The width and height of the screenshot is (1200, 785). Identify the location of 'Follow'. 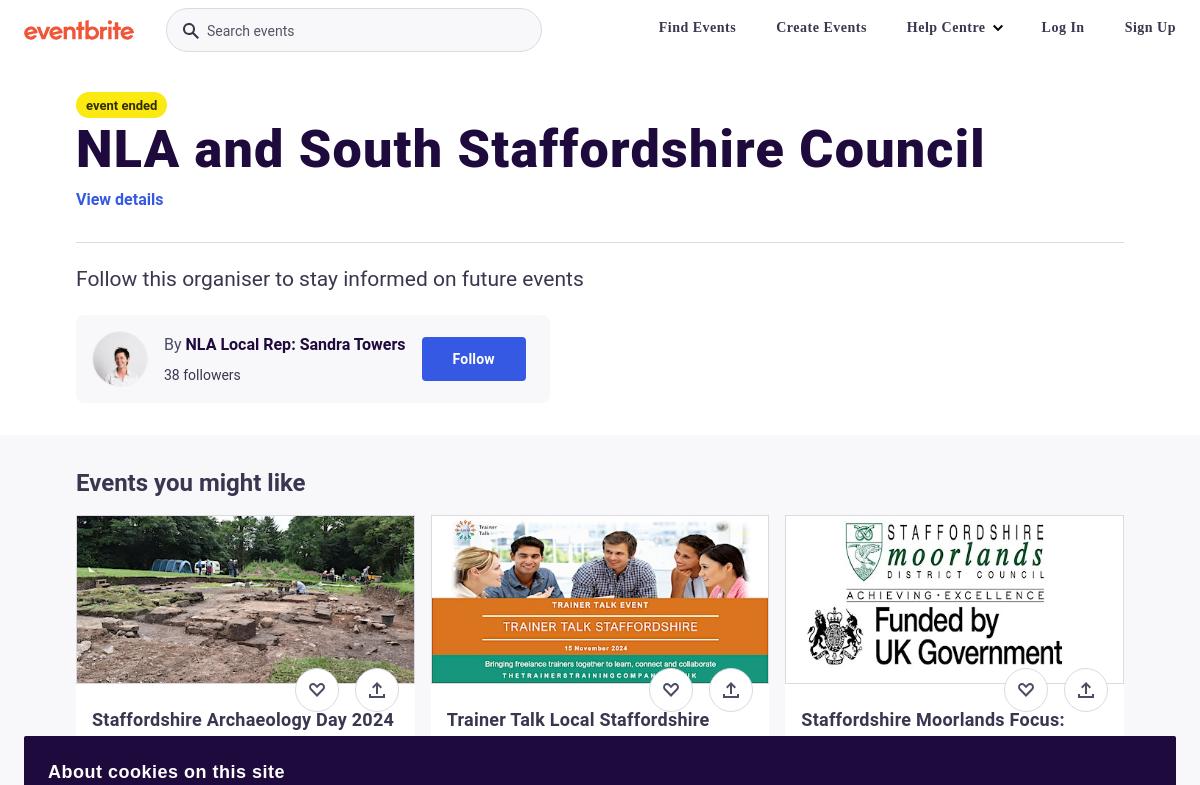
(472, 357).